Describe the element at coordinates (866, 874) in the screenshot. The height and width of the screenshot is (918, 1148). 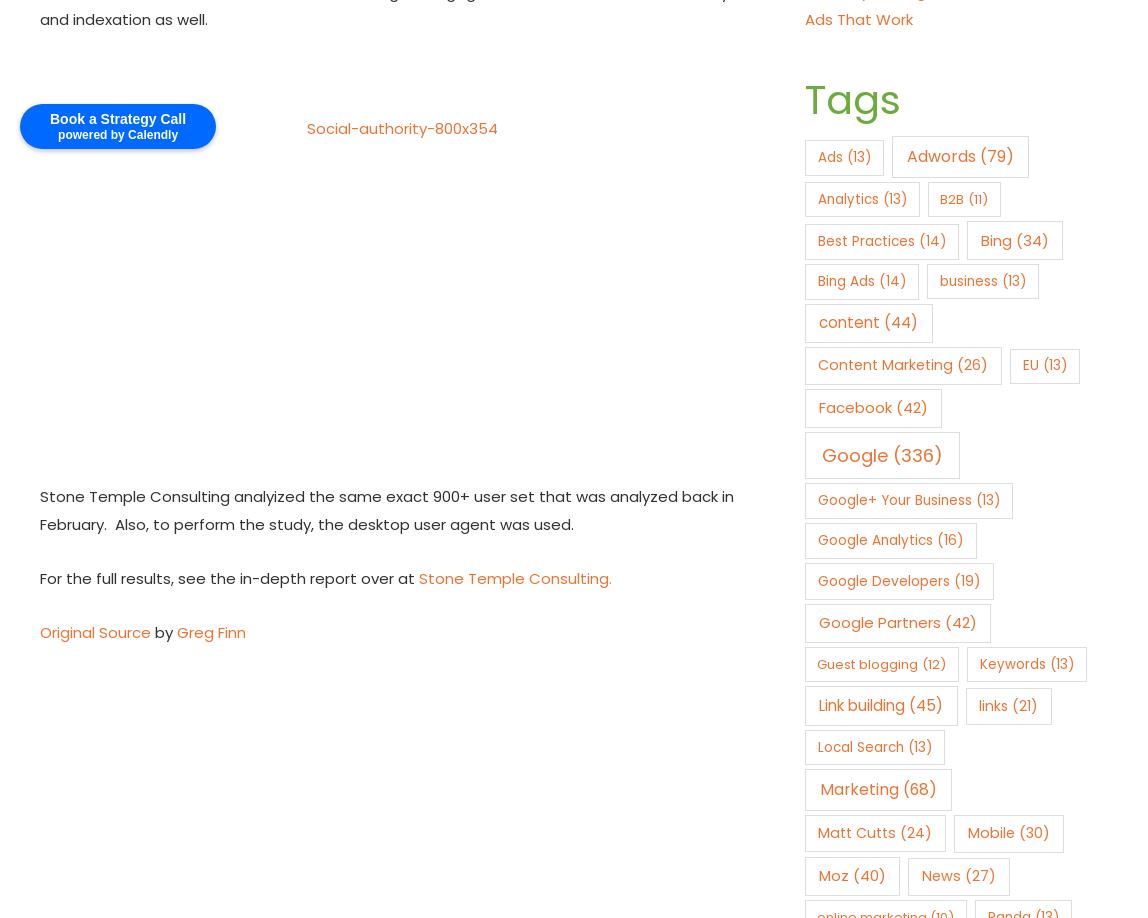
I see `'(40)'` at that location.